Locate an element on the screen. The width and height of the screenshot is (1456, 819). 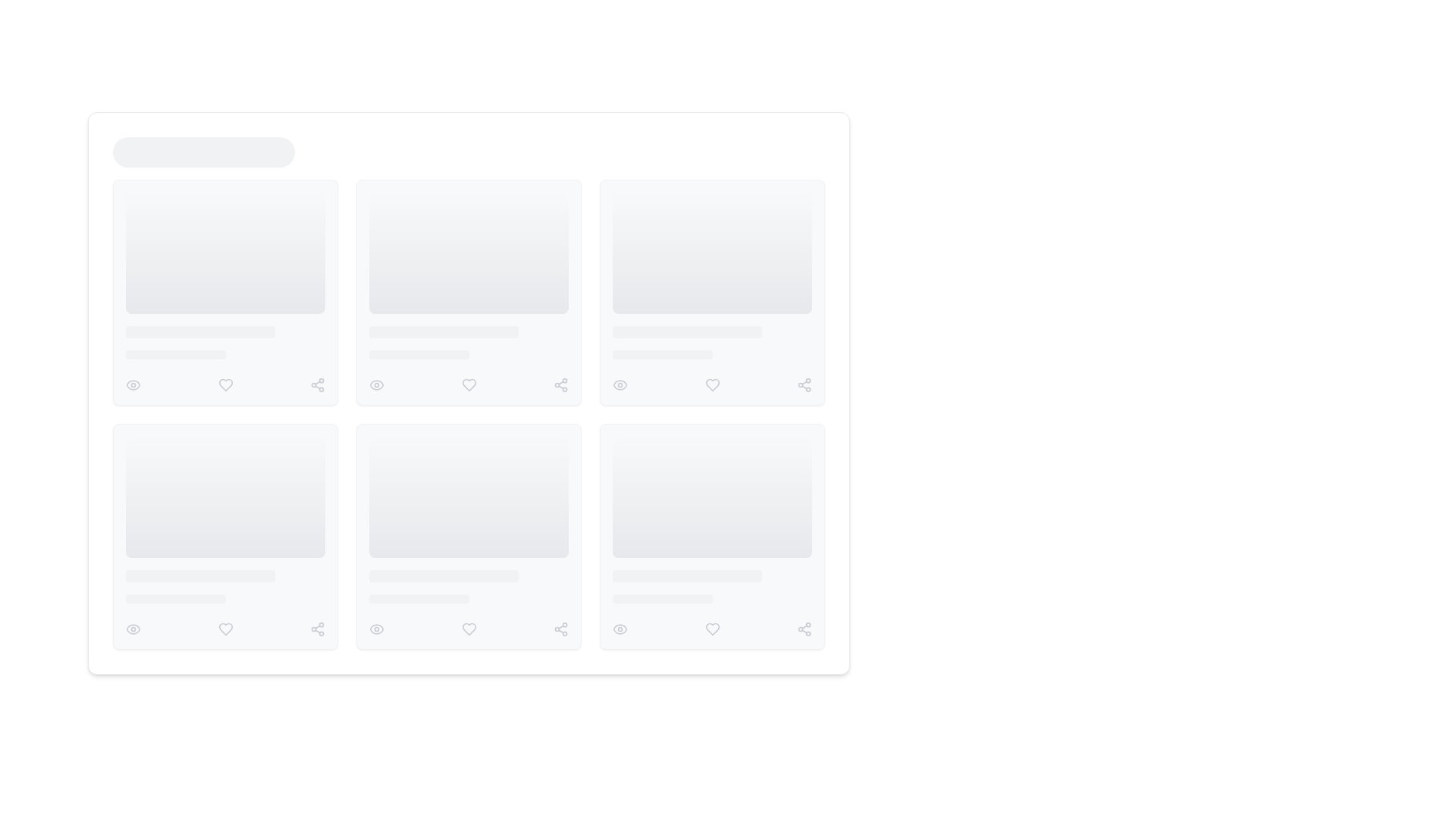
the eye-shaped icon styled with gray color, located in the first card of the second row in a grid layout, positioned between the heart icon and other card content is located at coordinates (377, 384).